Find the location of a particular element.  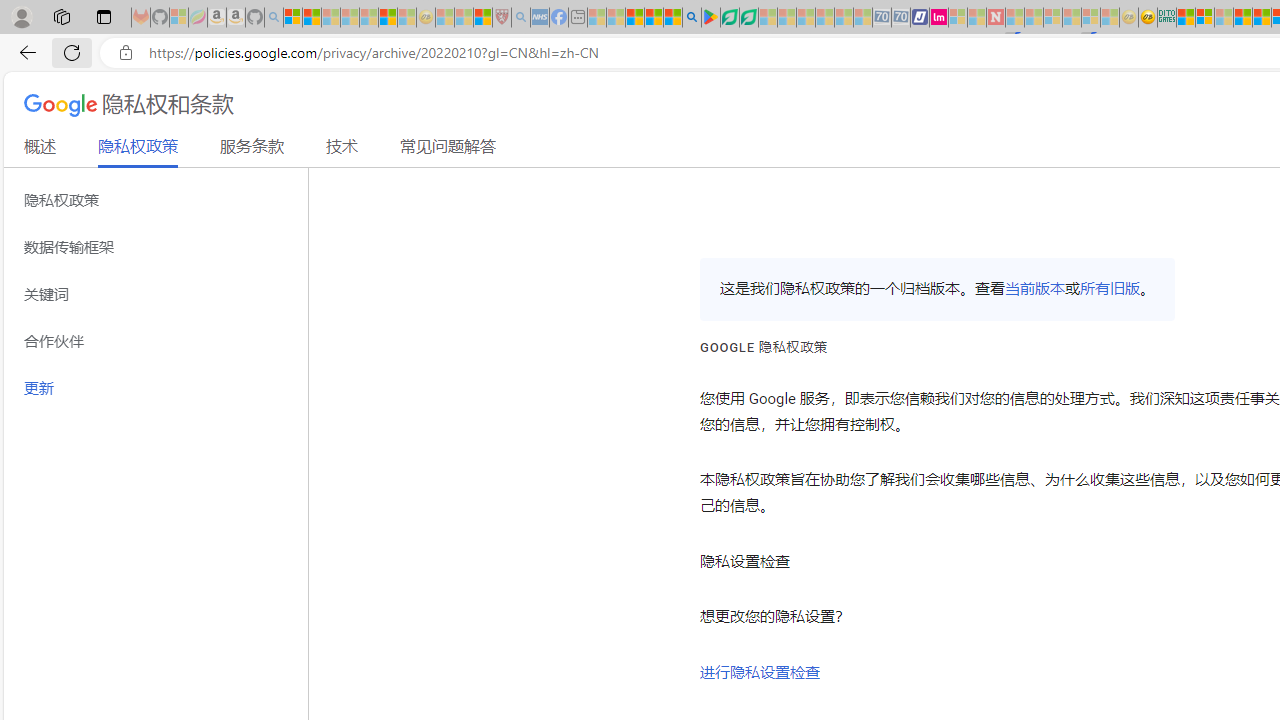

'Jobs - lastminute.com Investor Portal' is located at coordinates (938, 17).